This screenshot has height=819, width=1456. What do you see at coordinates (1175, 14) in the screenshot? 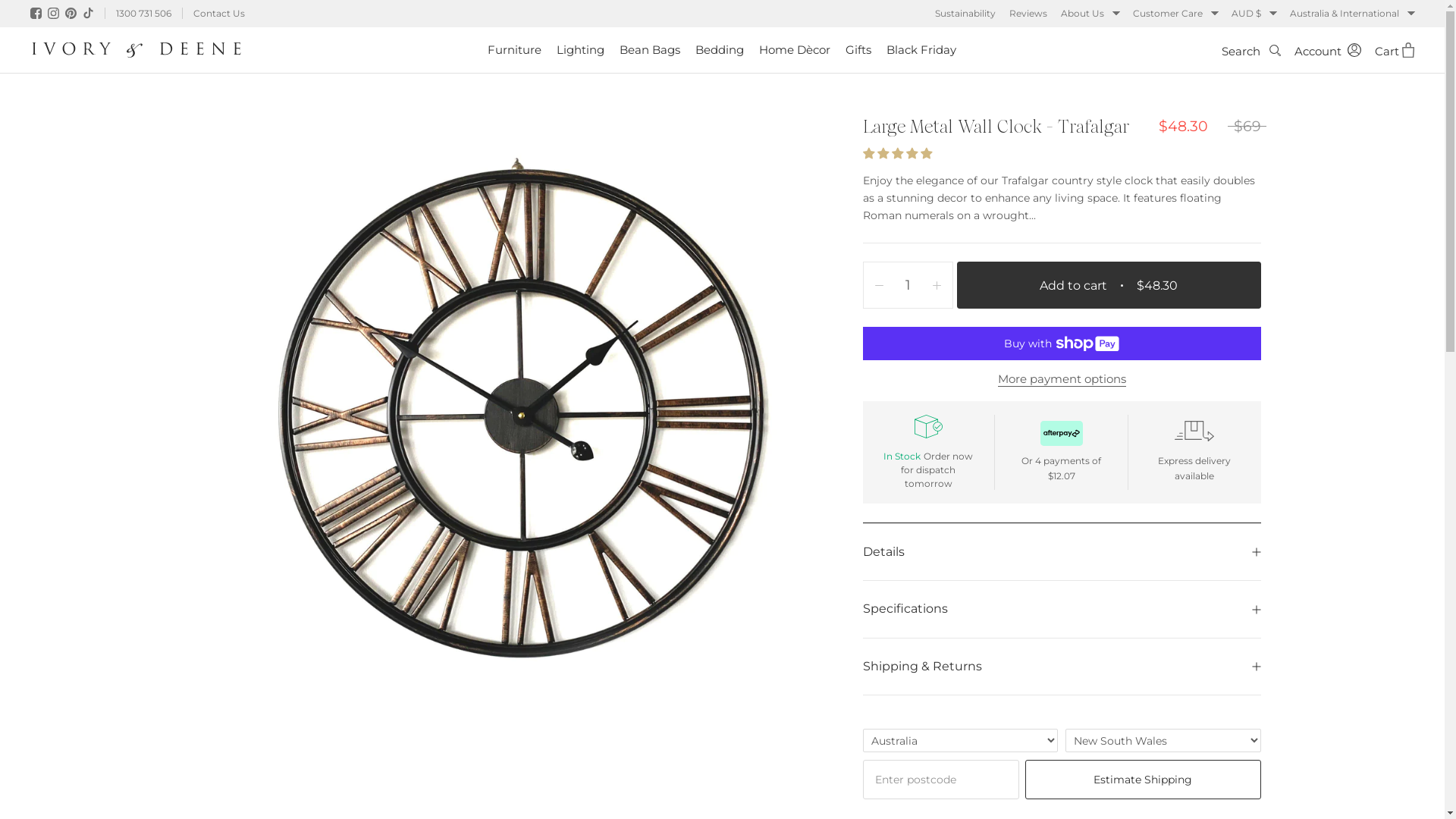
I see `'Customer Care'` at bounding box center [1175, 14].